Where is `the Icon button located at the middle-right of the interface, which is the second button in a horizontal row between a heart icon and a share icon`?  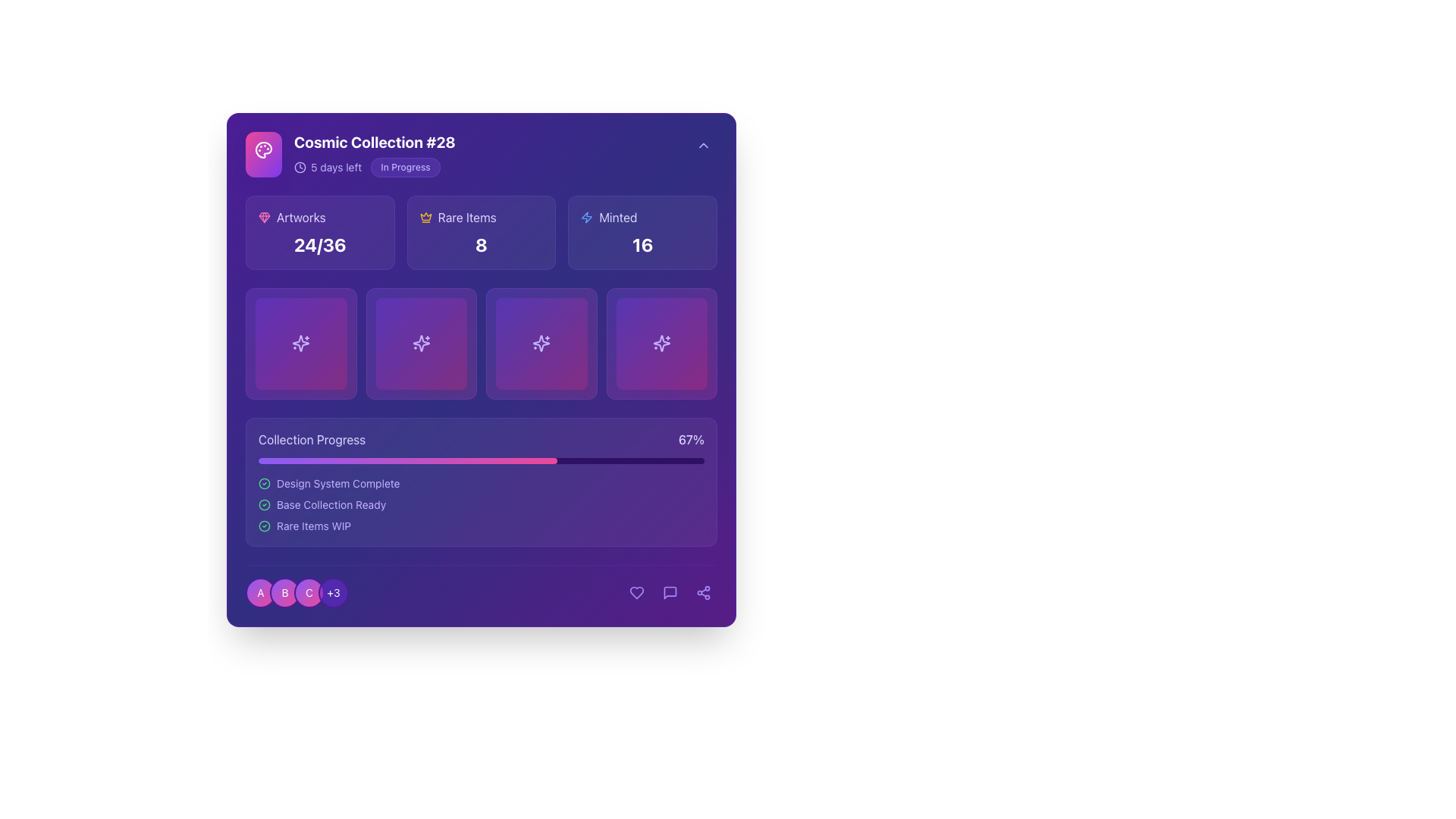 the Icon button located at the middle-right of the interface, which is the second button in a horizontal row between a heart icon and a share icon is located at coordinates (669, 591).